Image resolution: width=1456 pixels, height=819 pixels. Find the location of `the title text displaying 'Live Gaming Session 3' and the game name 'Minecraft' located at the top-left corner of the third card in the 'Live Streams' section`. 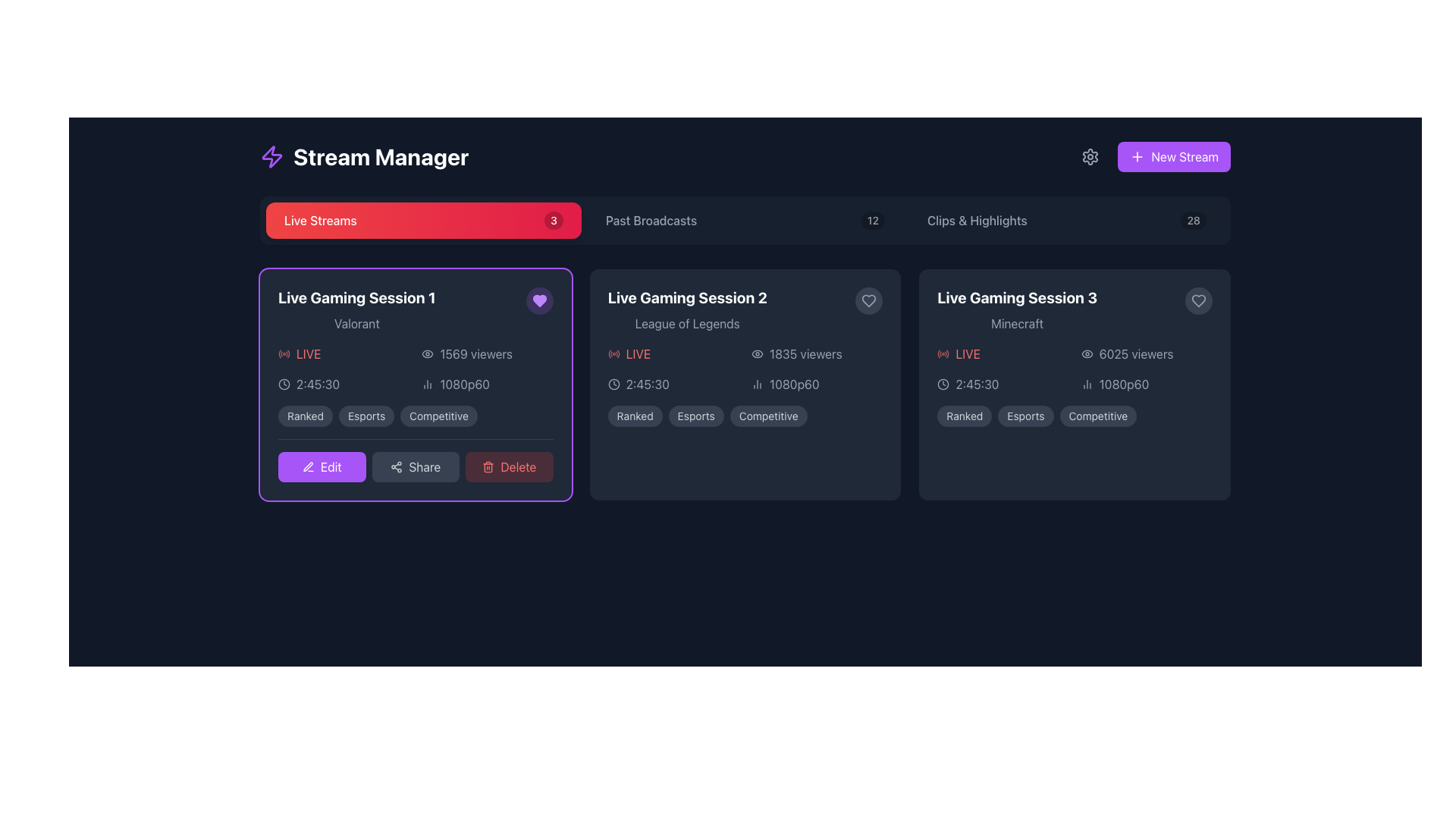

the title text displaying 'Live Gaming Session 3' and the game name 'Minecraft' located at the top-left corner of the third card in the 'Live Streams' section is located at coordinates (1017, 309).